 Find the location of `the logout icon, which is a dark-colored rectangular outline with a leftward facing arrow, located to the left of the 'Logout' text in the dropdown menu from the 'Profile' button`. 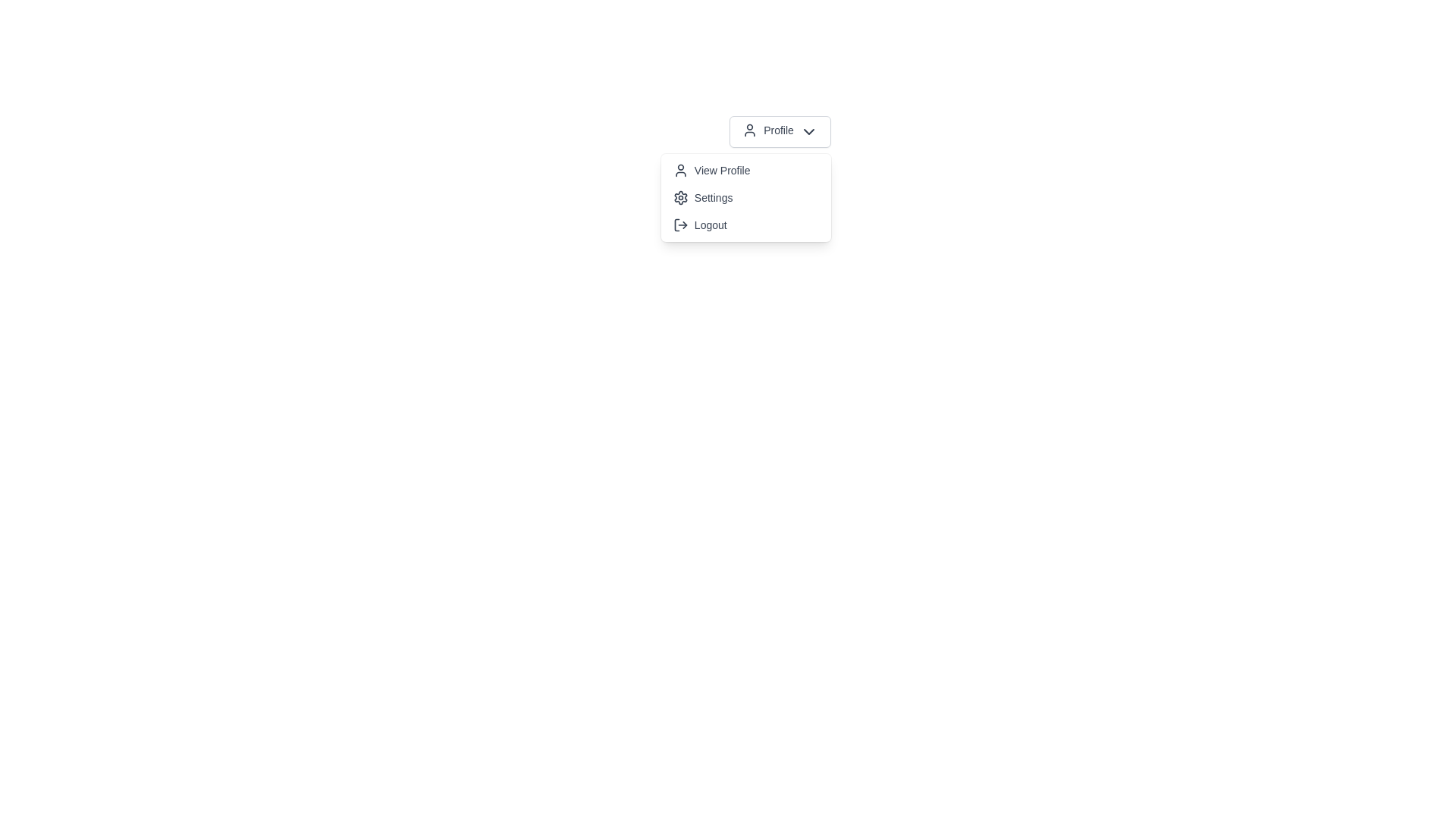

the logout icon, which is a dark-colored rectangular outline with a leftward facing arrow, located to the left of the 'Logout' text in the dropdown menu from the 'Profile' button is located at coordinates (679, 225).